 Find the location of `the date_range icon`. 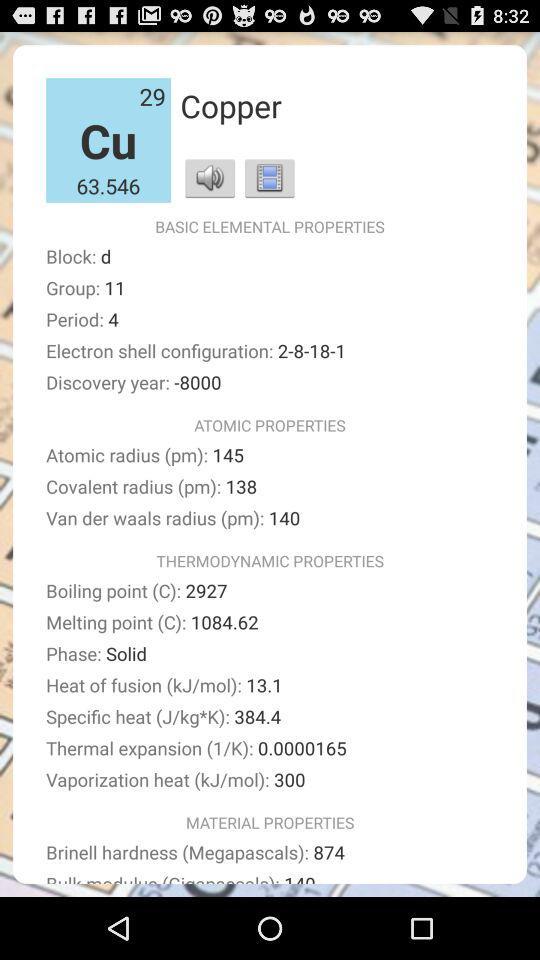

the date_range icon is located at coordinates (269, 190).